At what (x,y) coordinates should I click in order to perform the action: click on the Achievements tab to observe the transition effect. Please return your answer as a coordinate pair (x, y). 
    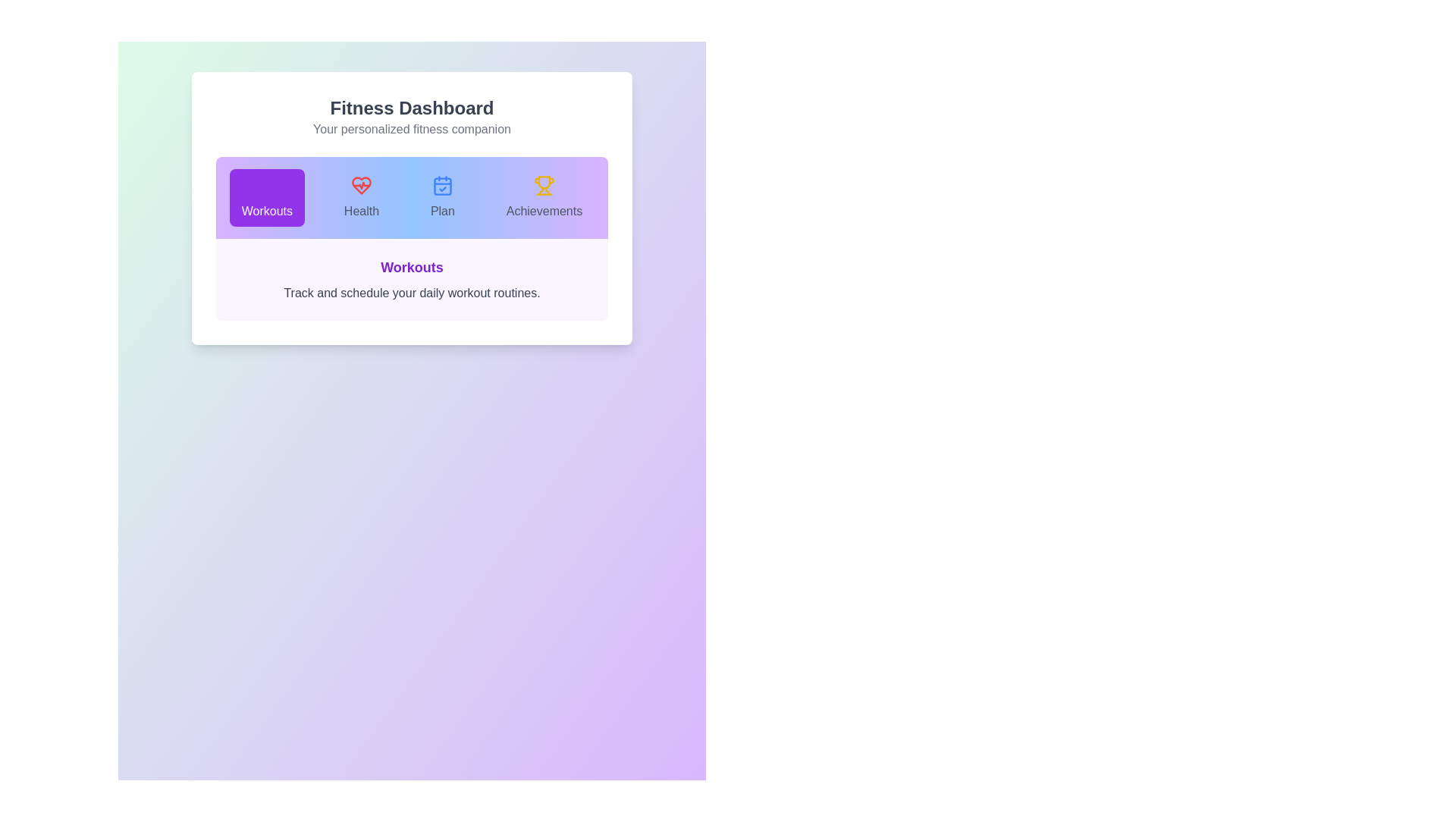
    Looking at the image, I should click on (544, 197).